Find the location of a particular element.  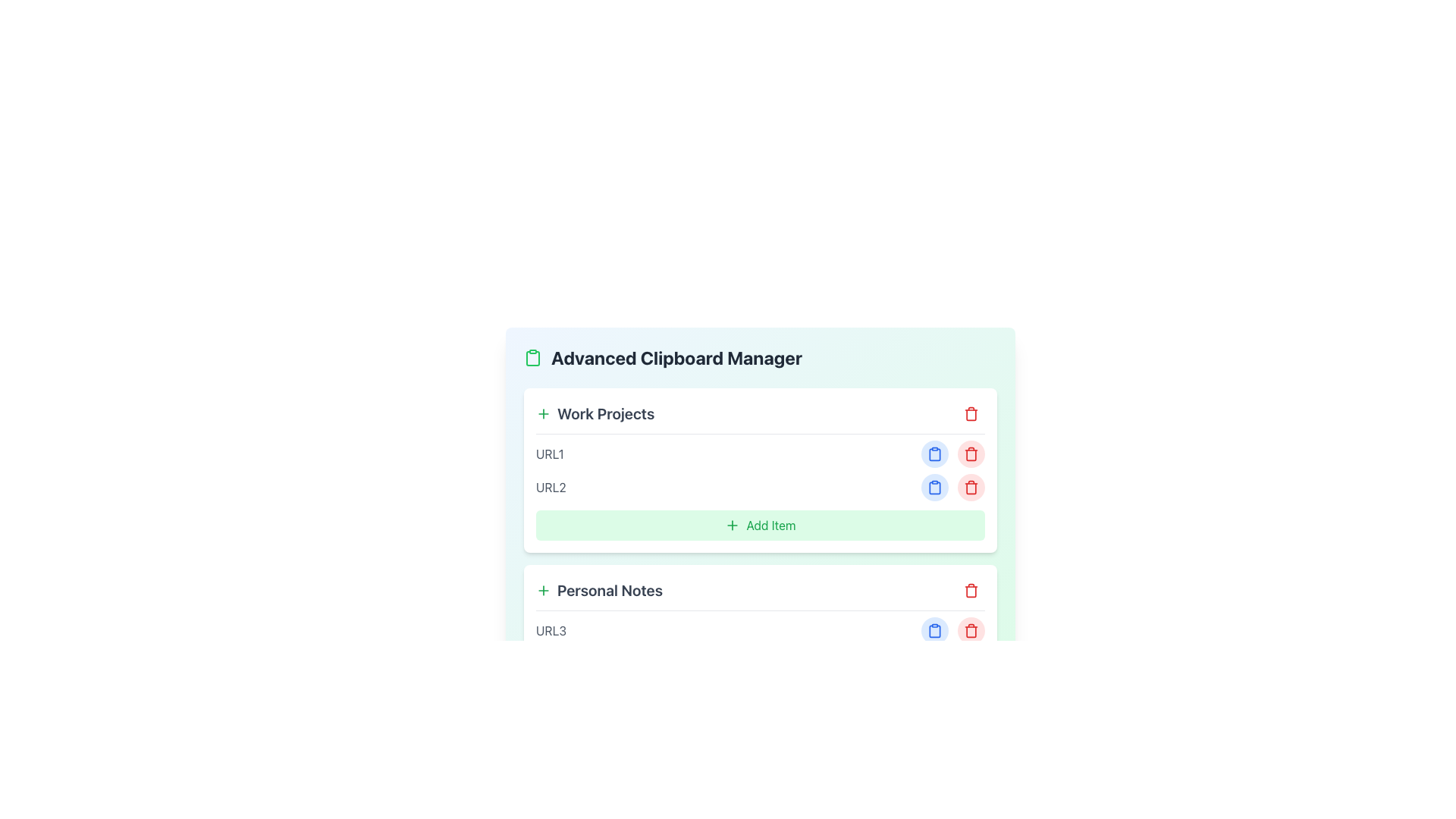

the clipboard icon located in the 'Personal Notes' section to initiate the copy action is located at coordinates (934, 631).